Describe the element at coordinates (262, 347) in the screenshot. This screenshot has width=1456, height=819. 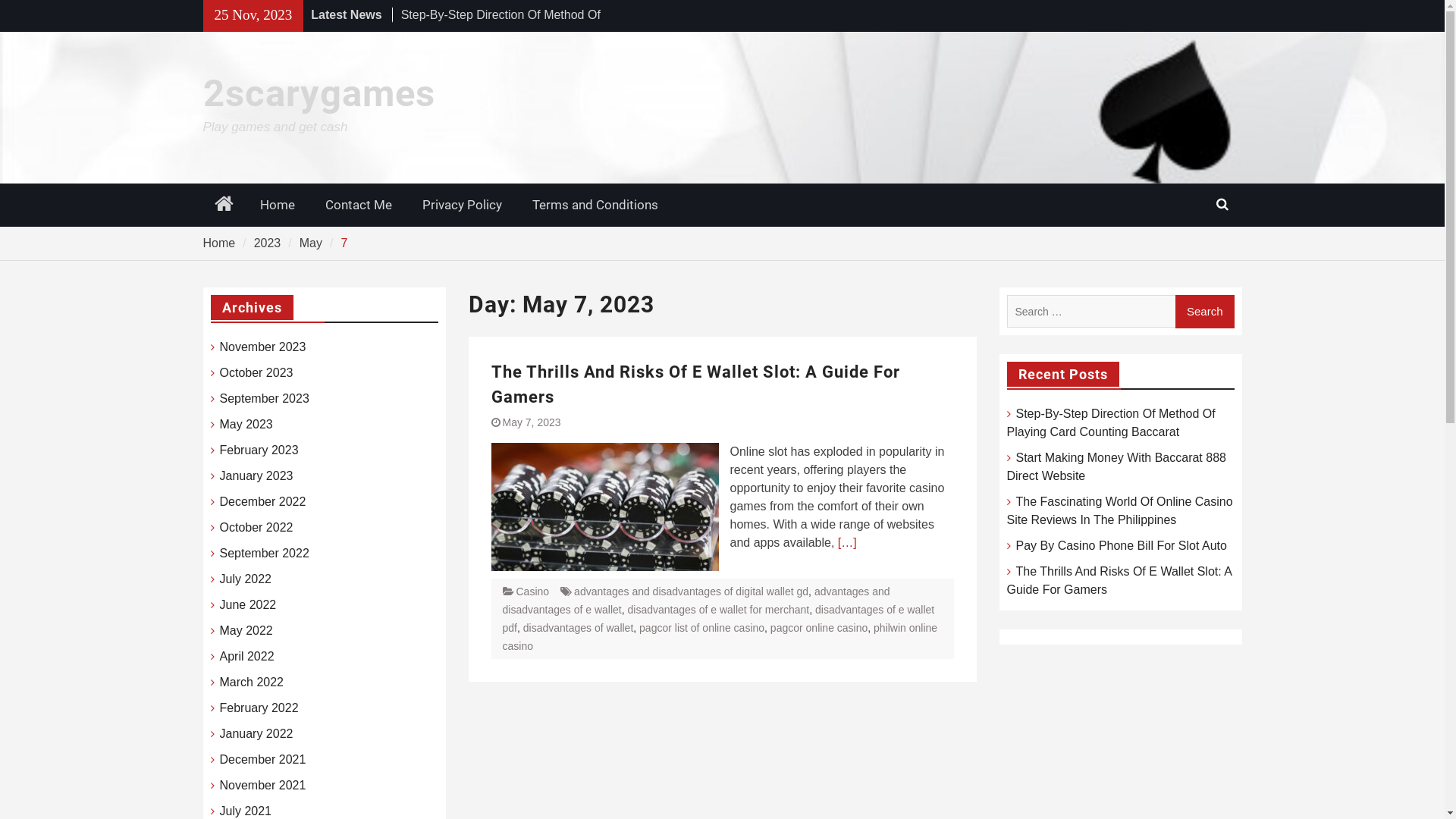
I see `'November 2023'` at that location.